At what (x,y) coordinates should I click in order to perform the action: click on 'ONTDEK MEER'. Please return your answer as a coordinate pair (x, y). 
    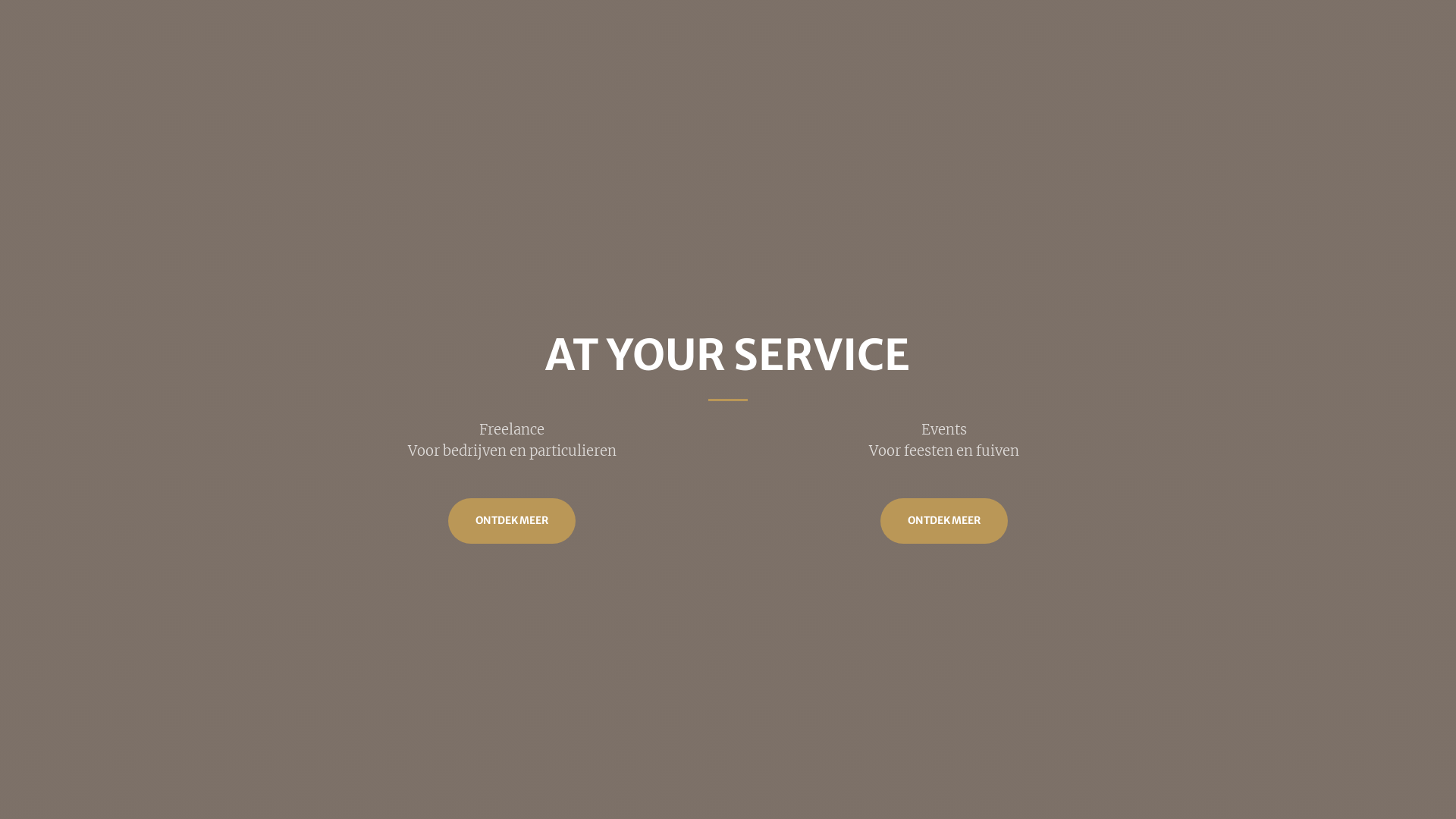
    Looking at the image, I should click on (512, 519).